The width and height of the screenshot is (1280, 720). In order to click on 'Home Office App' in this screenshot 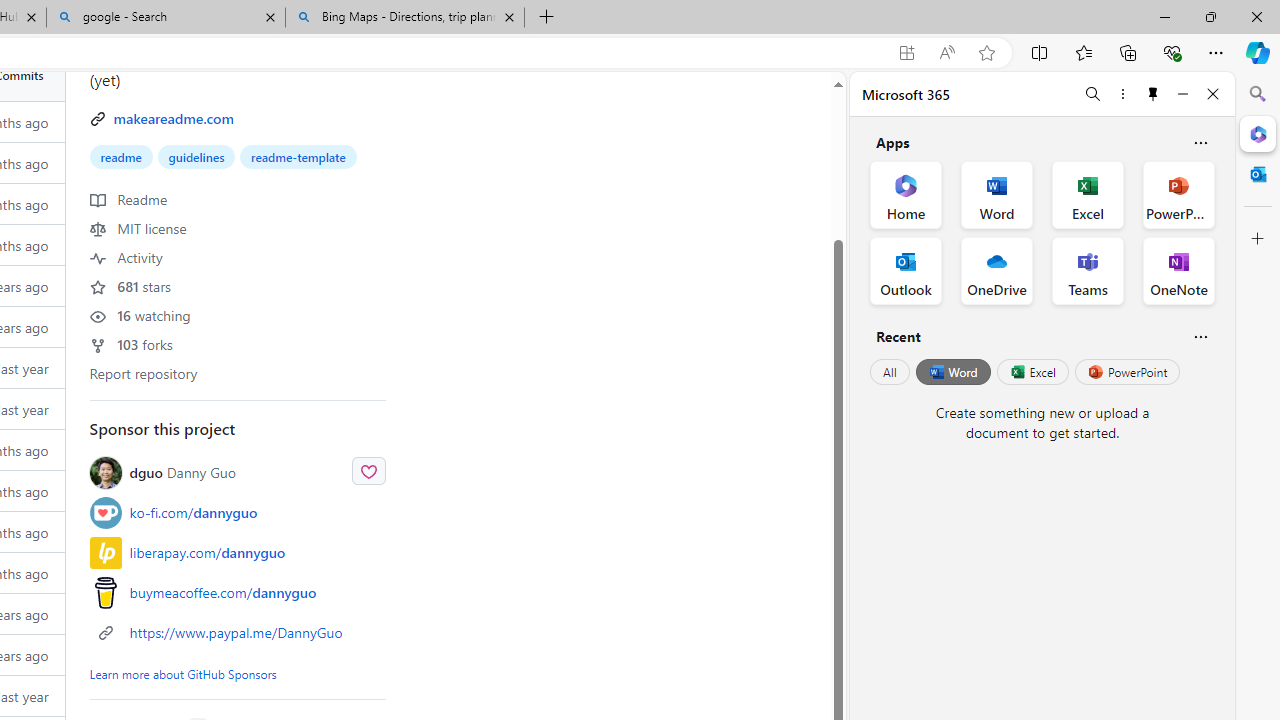, I will do `click(905, 195)`.